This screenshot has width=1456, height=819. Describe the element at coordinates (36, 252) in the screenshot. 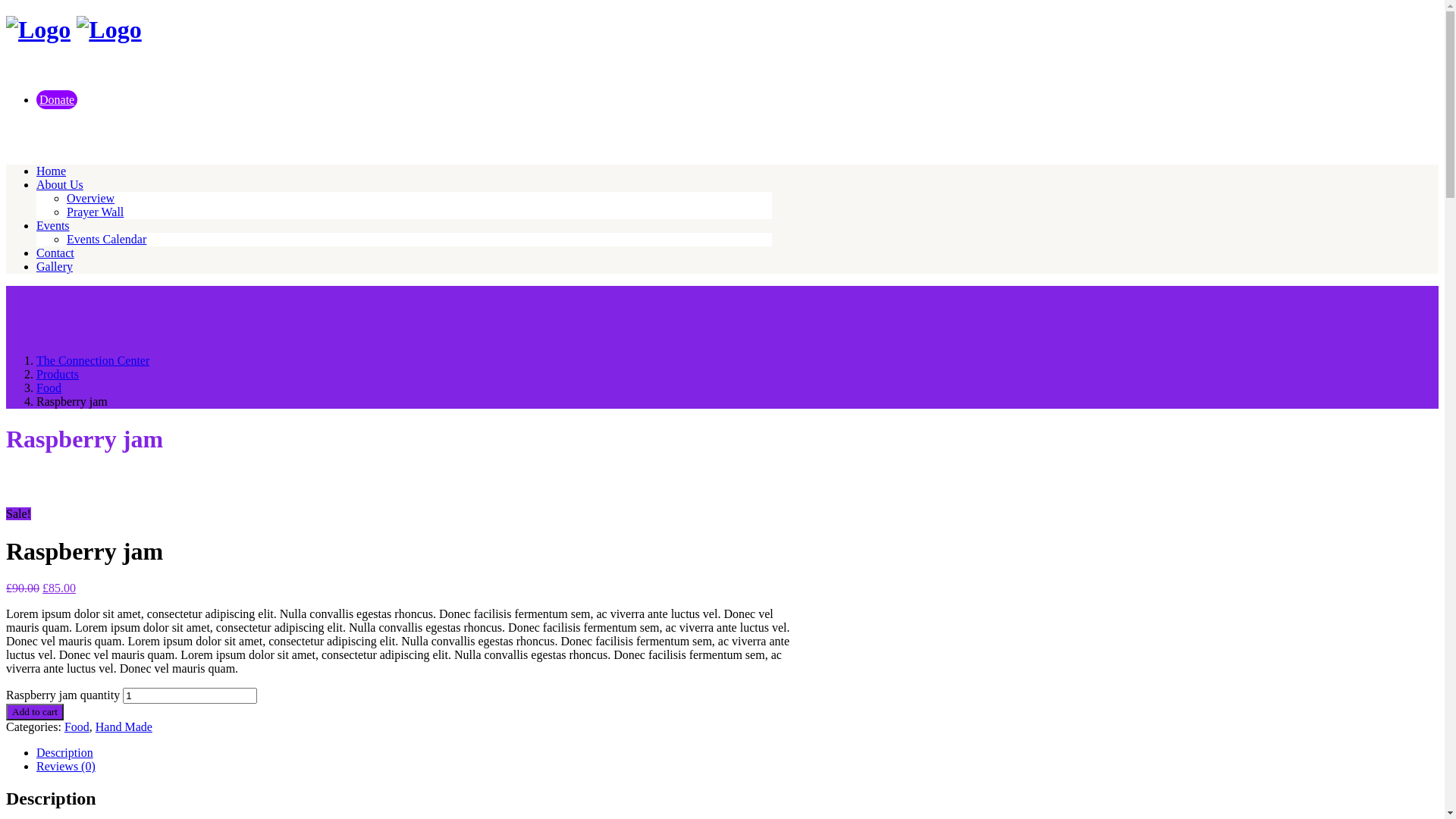

I see `'Contact'` at that location.